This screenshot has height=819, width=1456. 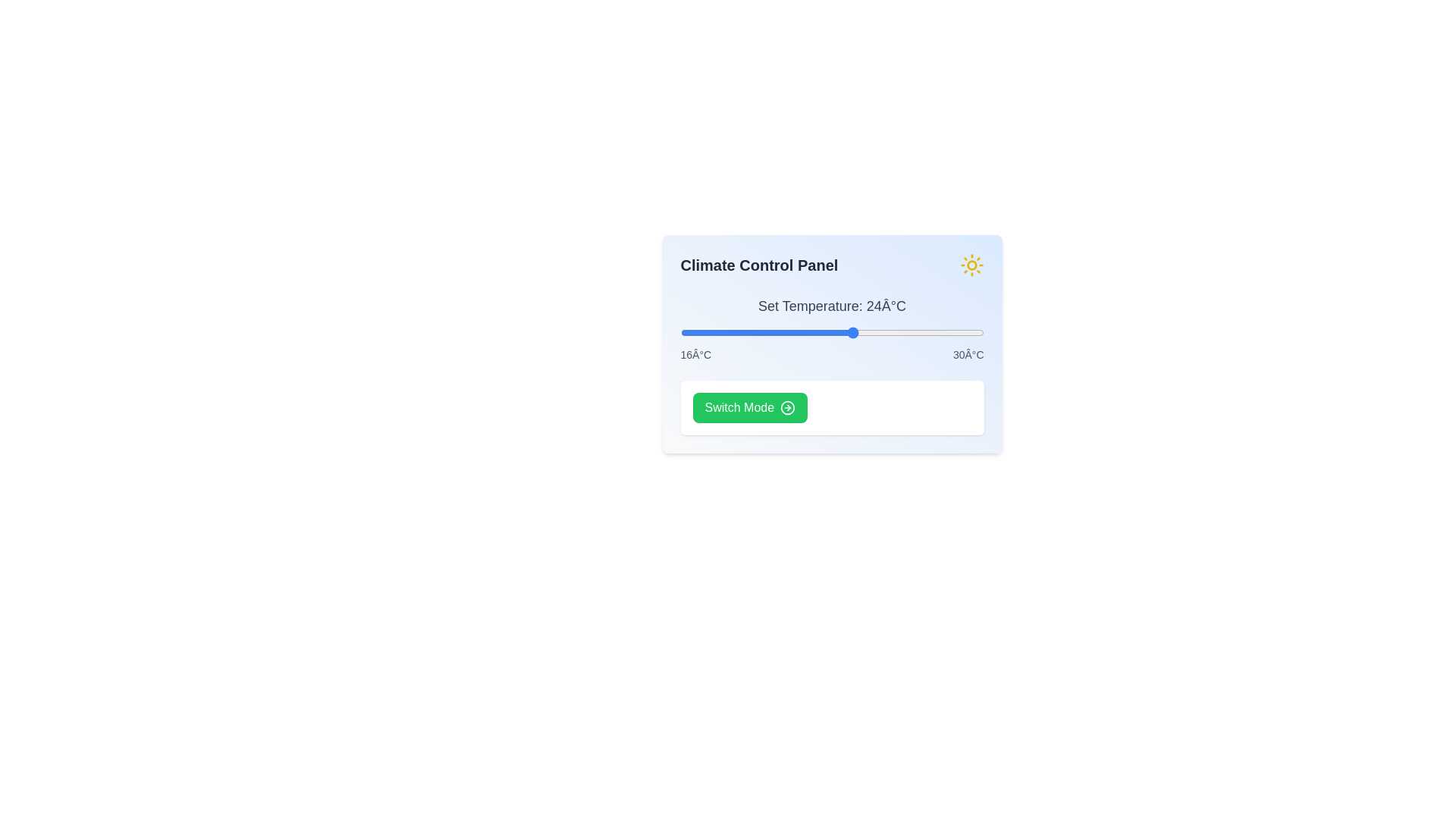 I want to click on the inner circular shape of the sun icon, which is located at the top-right corner of the 'Climate Control Panel.', so click(x=971, y=265).